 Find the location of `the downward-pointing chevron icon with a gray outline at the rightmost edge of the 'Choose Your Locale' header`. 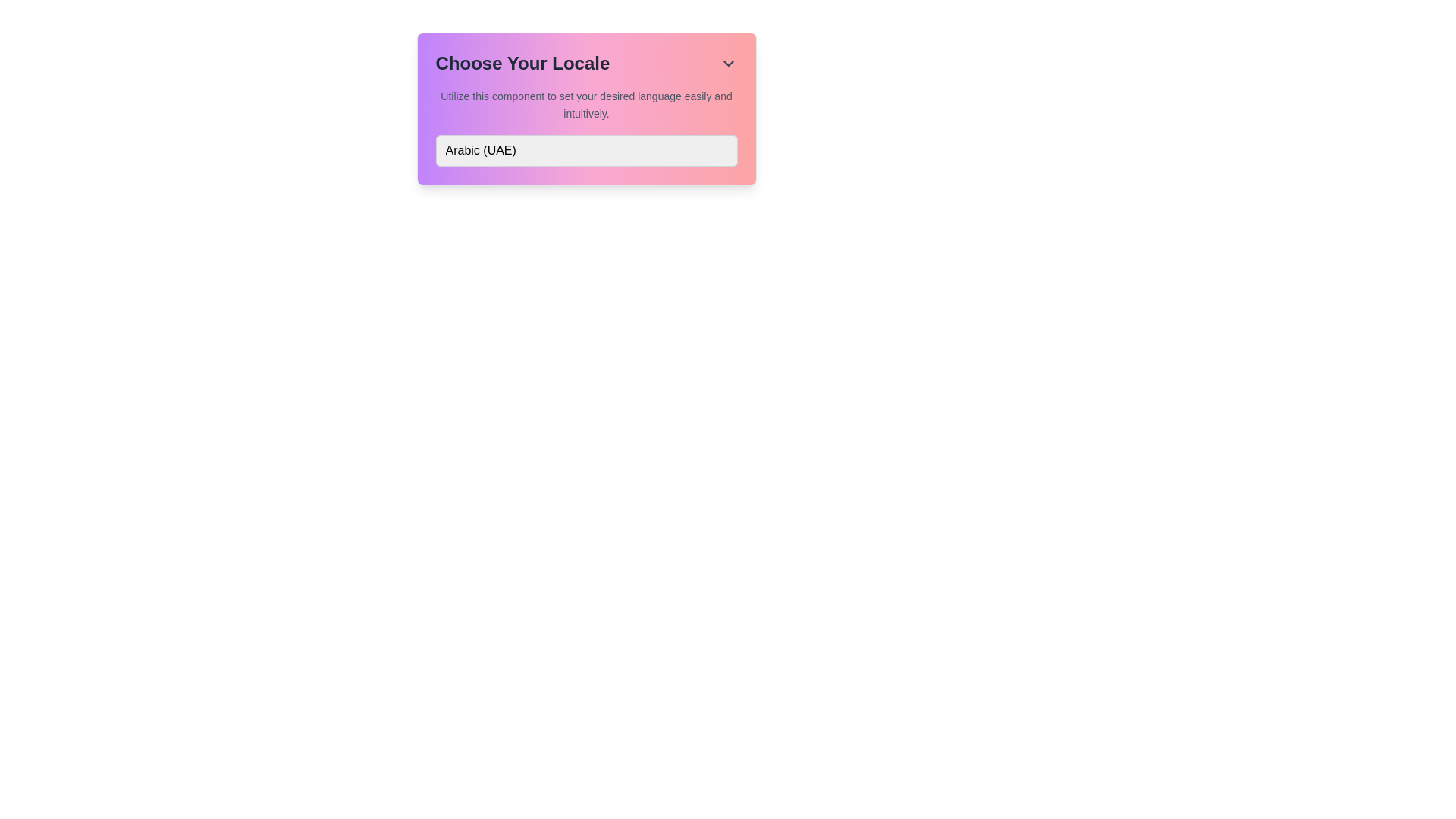

the downward-pointing chevron icon with a gray outline at the rightmost edge of the 'Choose Your Locale' header is located at coordinates (728, 63).